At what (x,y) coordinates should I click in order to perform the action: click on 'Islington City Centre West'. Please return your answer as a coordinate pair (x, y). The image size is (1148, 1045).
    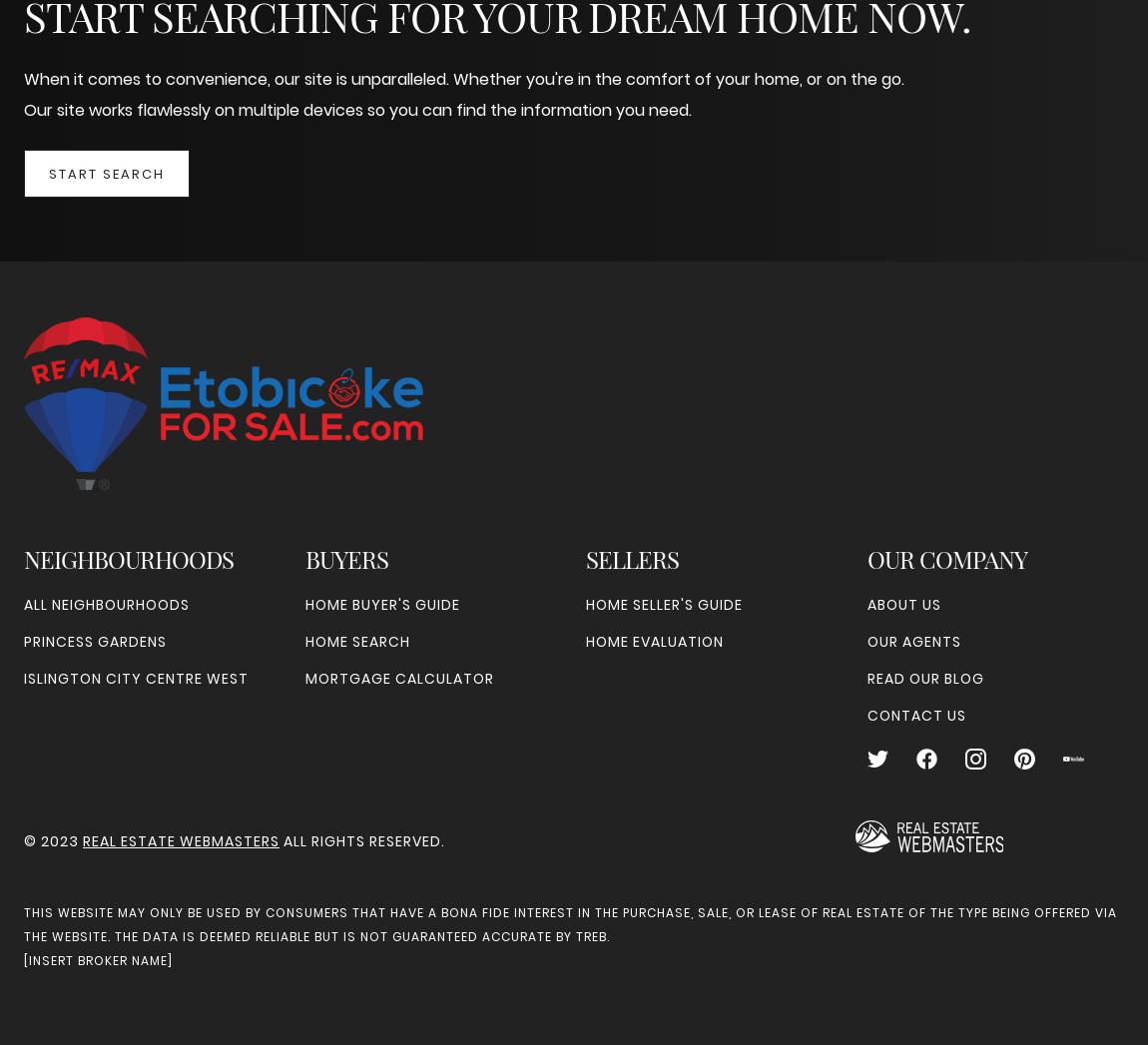
    Looking at the image, I should click on (135, 678).